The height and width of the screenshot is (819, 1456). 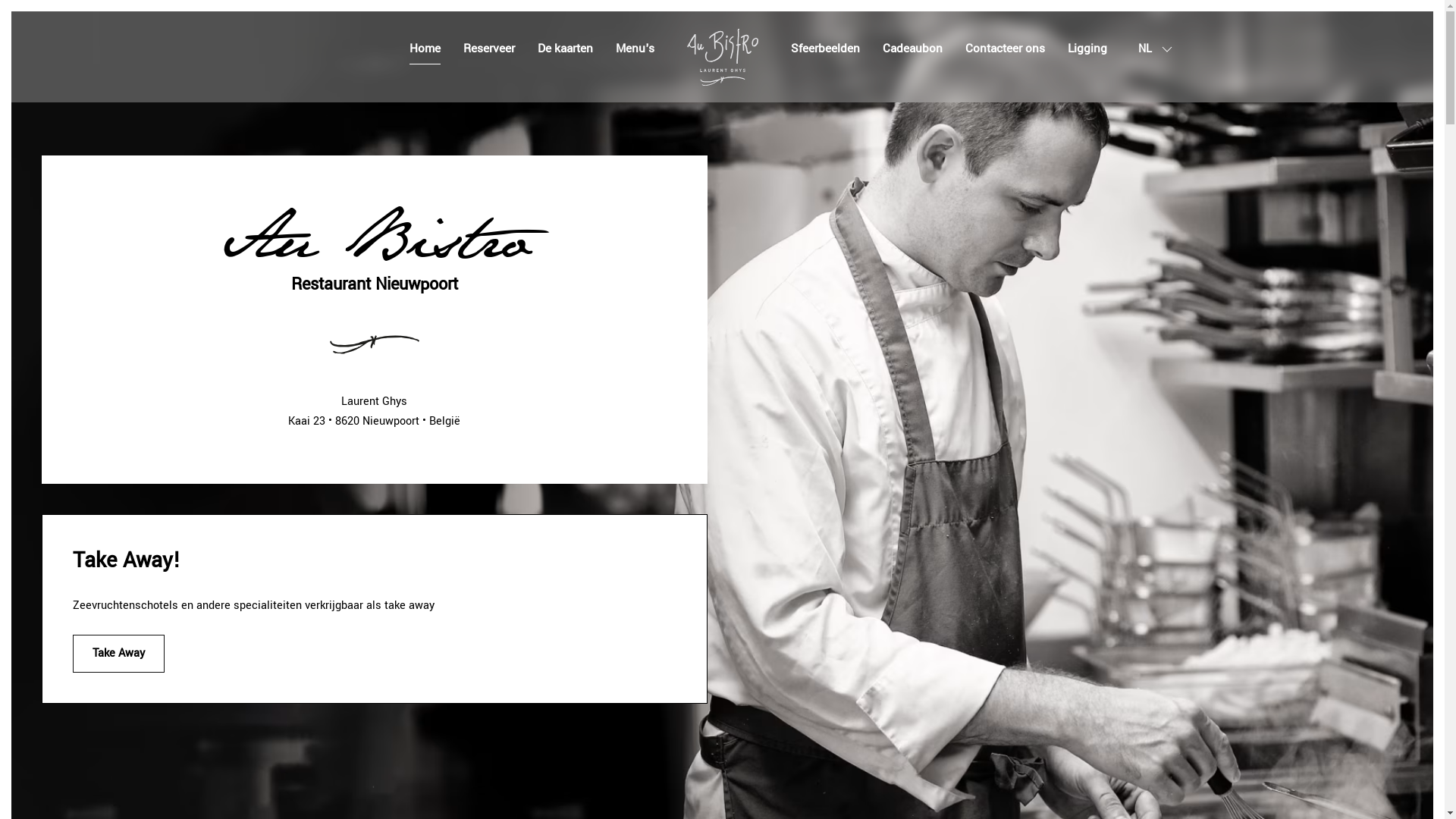 I want to click on 'Take Away', so click(x=72, y=652).